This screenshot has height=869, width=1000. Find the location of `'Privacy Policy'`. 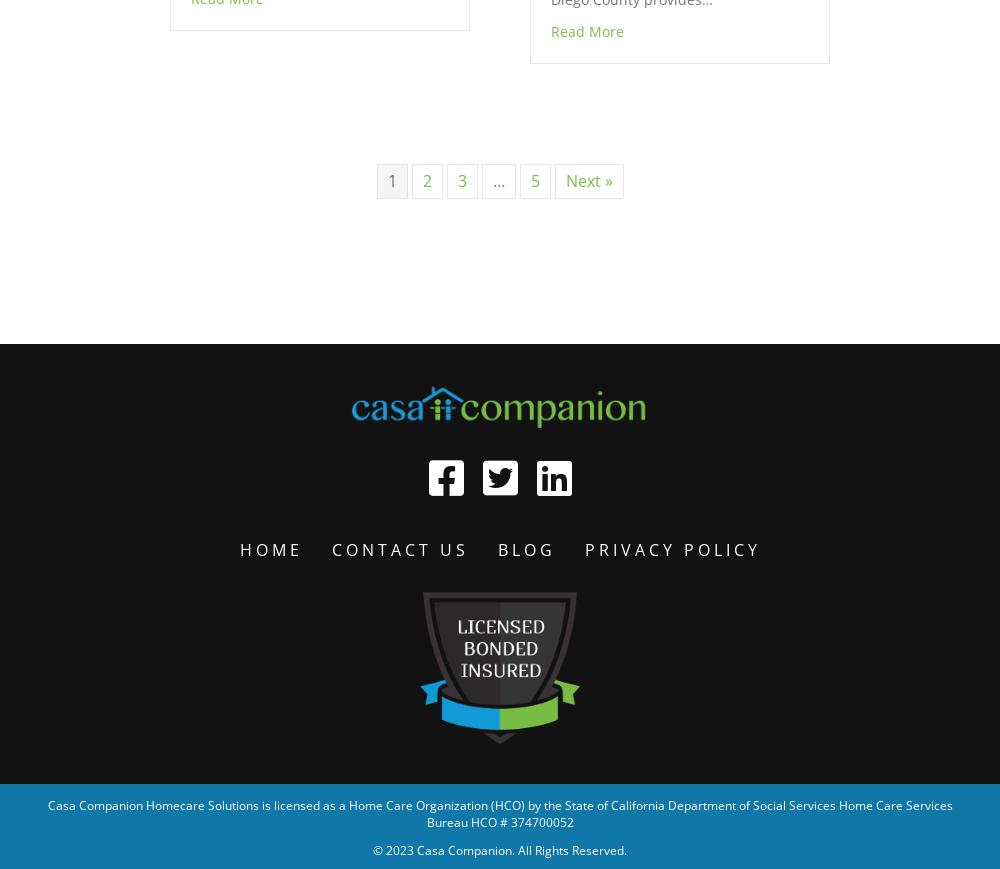

'Privacy Policy' is located at coordinates (583, 549).